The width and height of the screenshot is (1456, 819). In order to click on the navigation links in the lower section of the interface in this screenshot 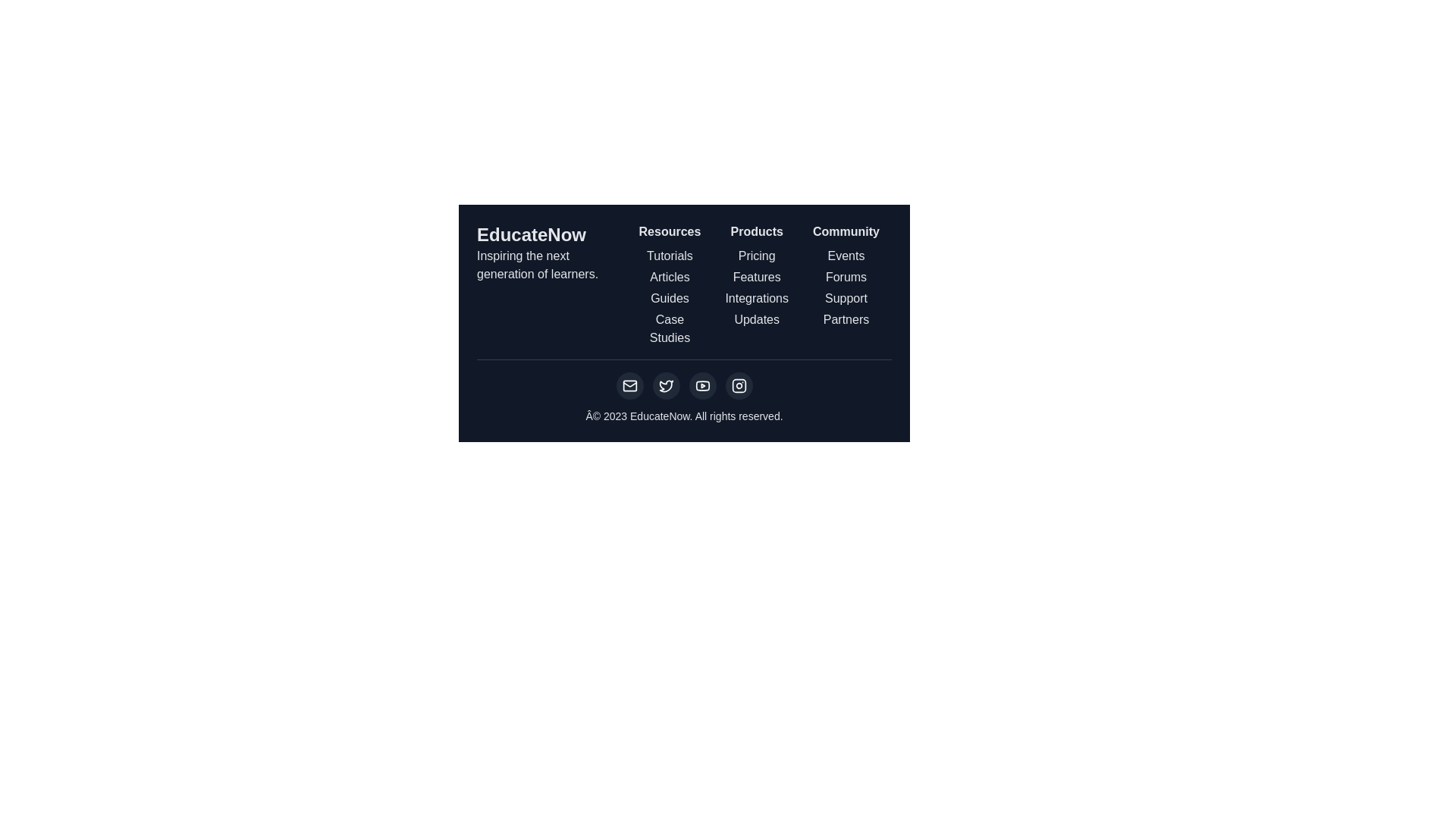, I will do `click(683, 284)`.